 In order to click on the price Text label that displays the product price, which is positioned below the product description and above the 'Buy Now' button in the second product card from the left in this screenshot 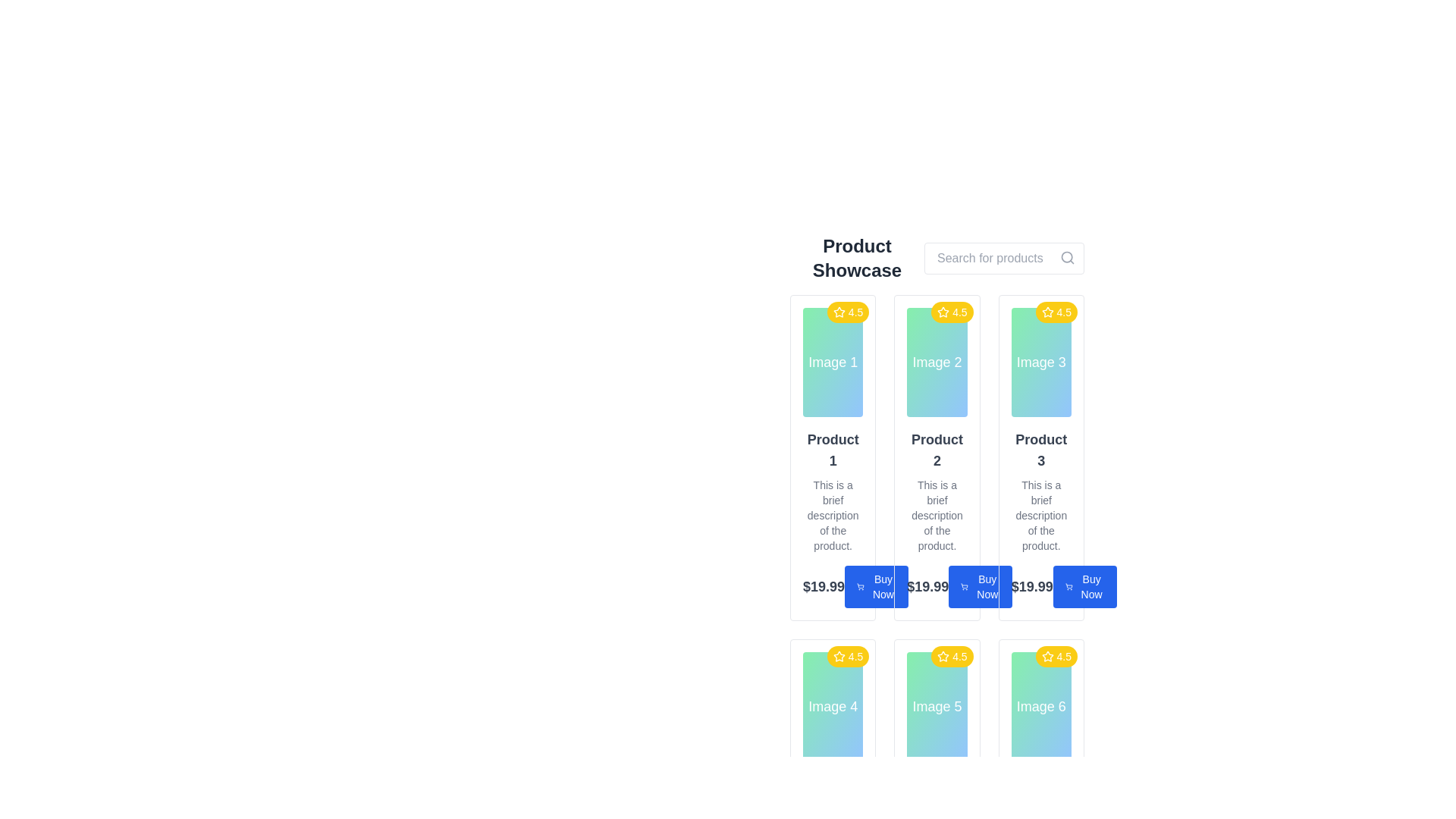, I will do `click(927, 586)`.